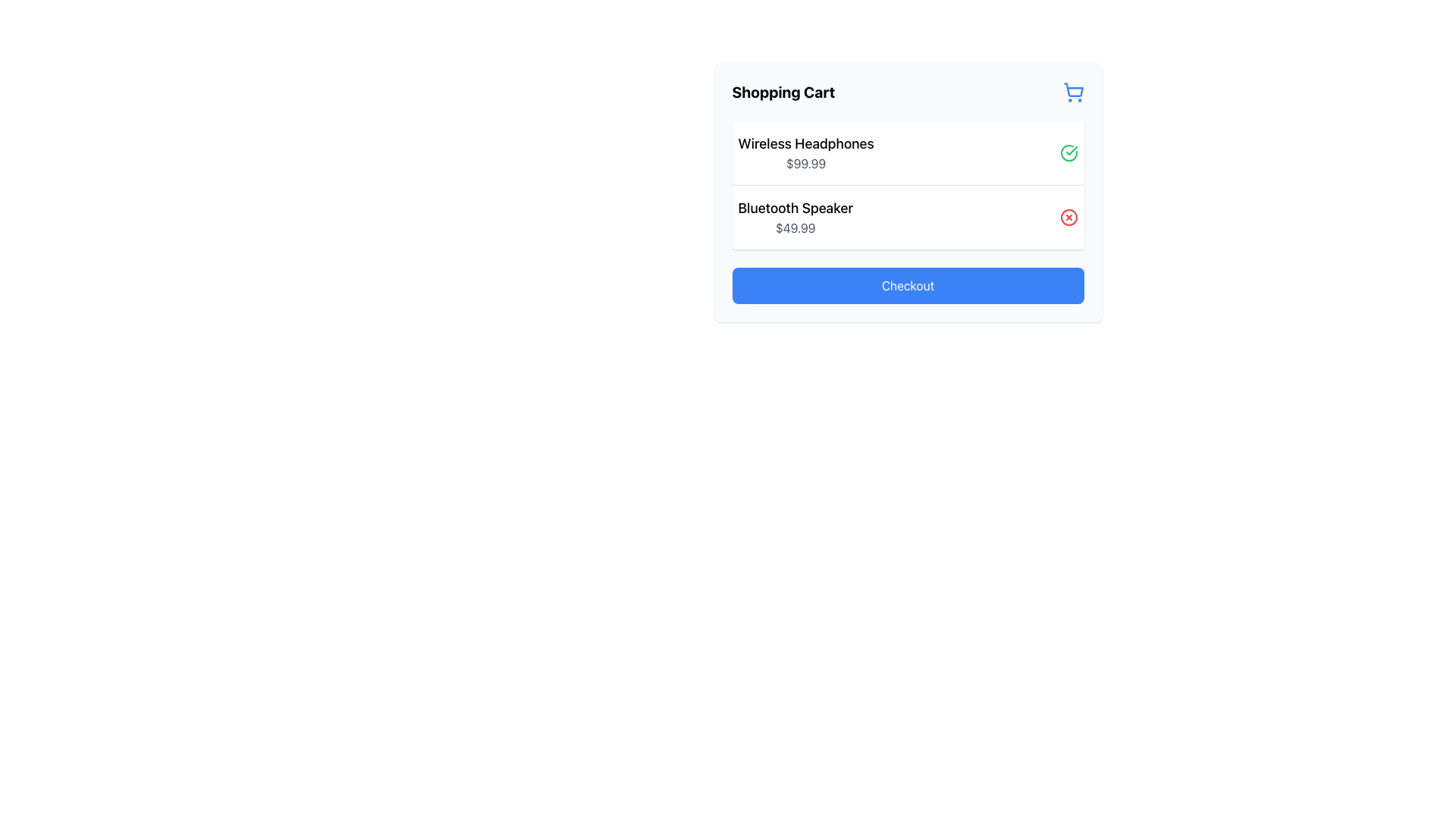 The width and height of the screenshot is (1456, 819). I want to click on the 'Wireless Headphones' text label in the shopping cart interface, so click(805, 143).